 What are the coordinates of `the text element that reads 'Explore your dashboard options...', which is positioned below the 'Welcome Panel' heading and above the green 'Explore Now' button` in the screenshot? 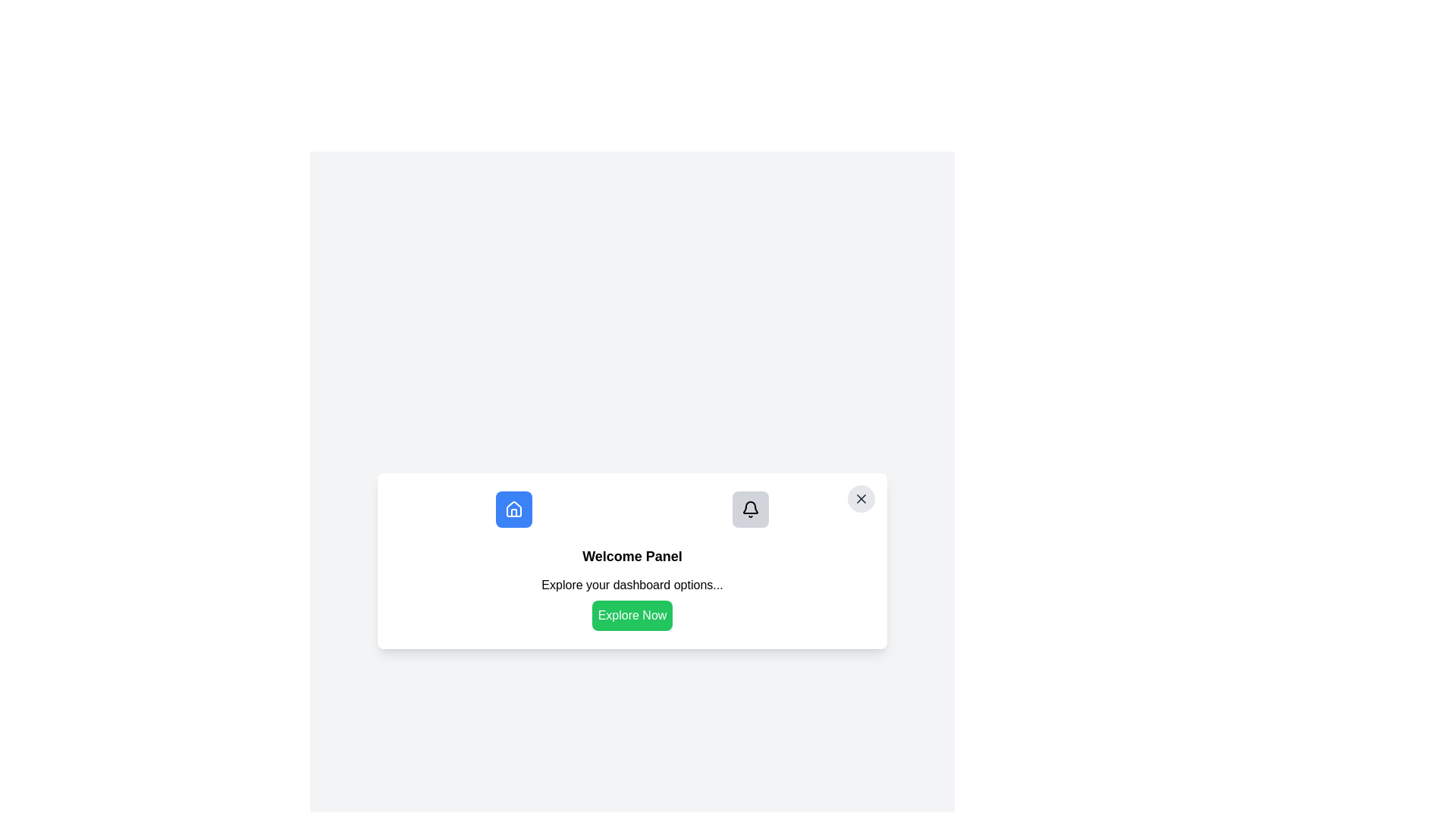 It's located at (632, 584).